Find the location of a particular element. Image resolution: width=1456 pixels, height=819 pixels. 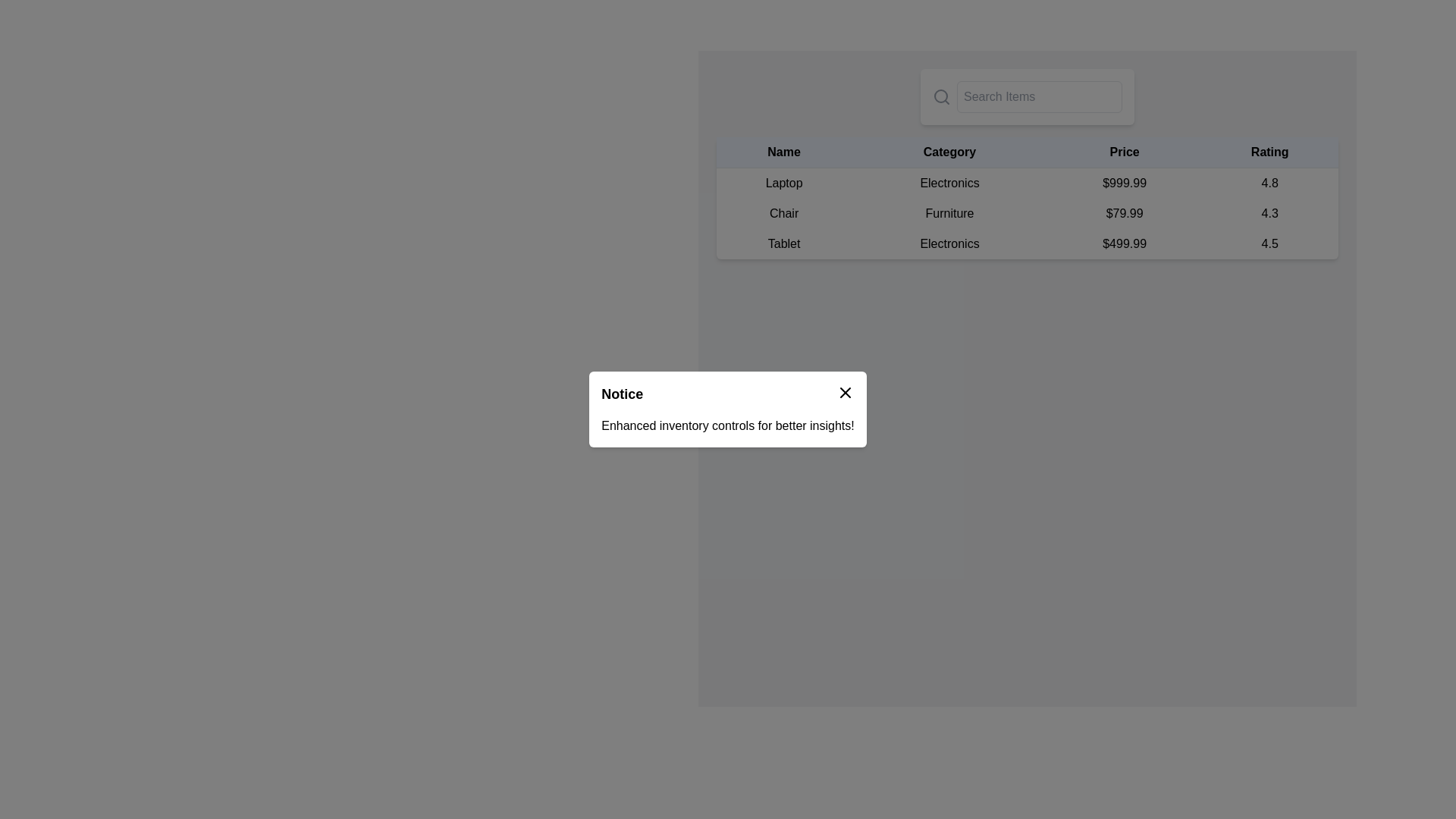

the leftmost Text label in the notification header area that indicates the title of the informational message is located at coordinates (622, 394).